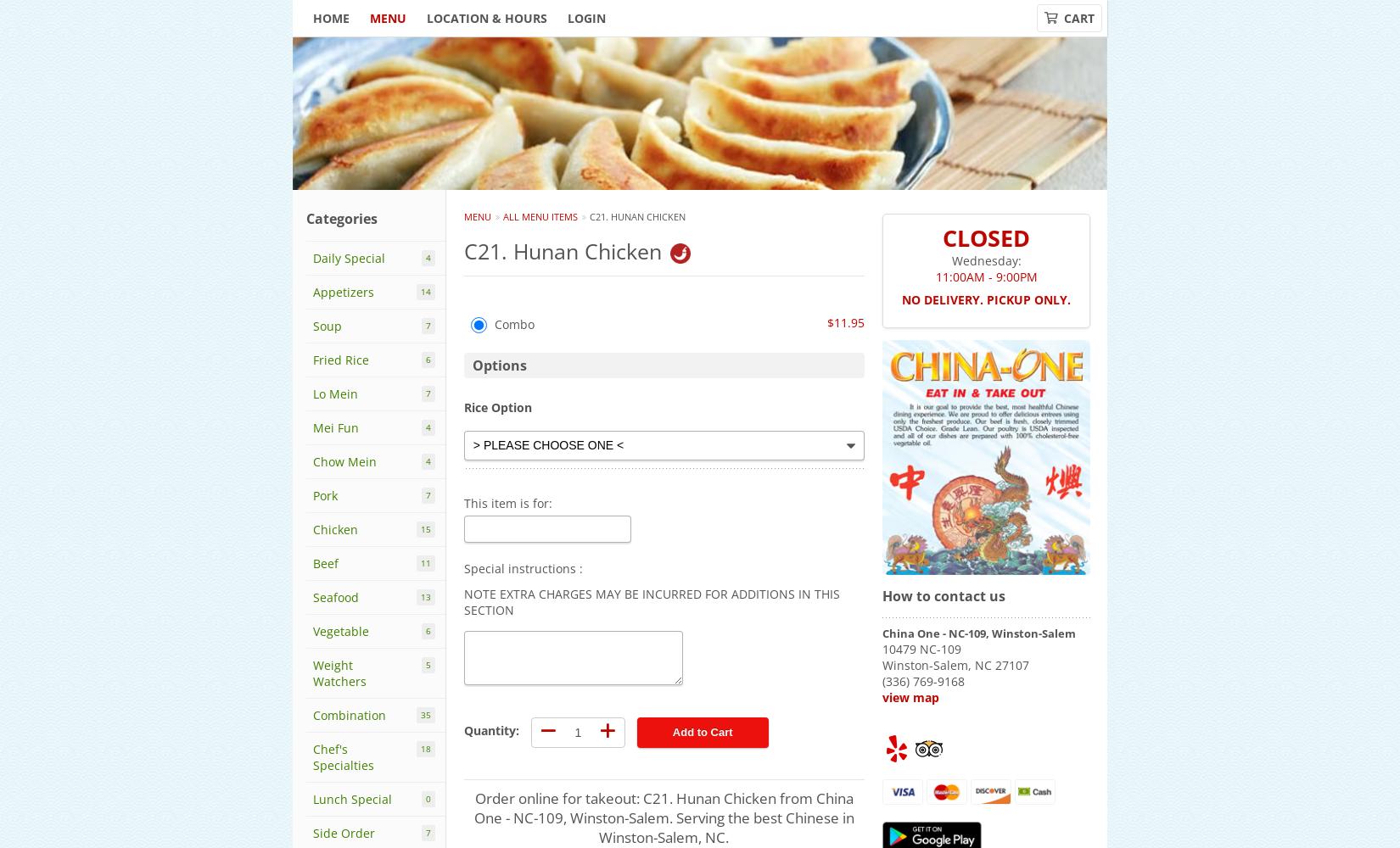  Describe the element at coordinates (490, 729) in the screenshot. I see `'Quantity:'` at that location.